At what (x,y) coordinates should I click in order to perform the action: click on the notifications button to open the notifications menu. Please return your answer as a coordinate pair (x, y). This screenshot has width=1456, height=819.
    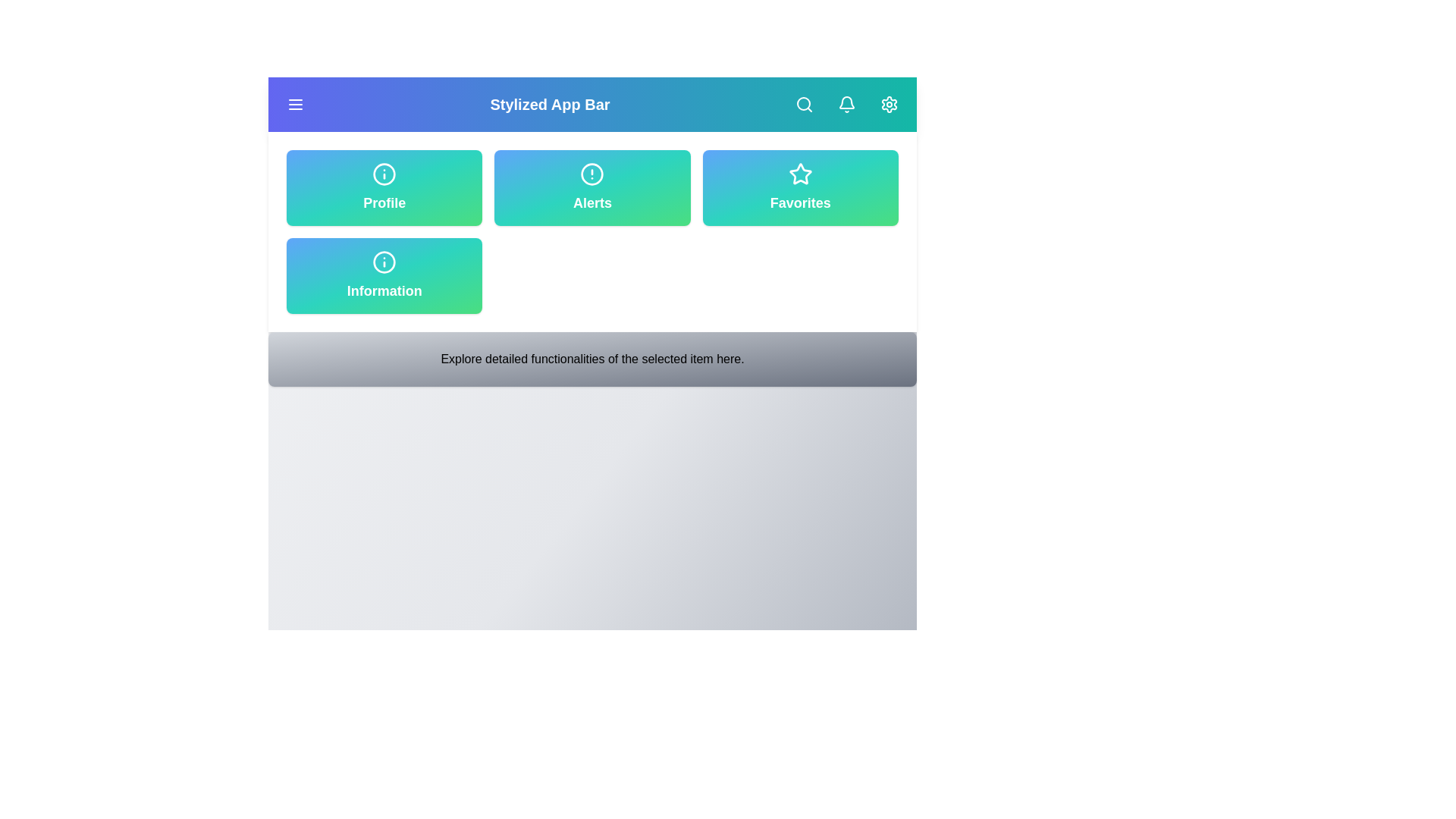
    Looking at the image, I should click on (846, 104).